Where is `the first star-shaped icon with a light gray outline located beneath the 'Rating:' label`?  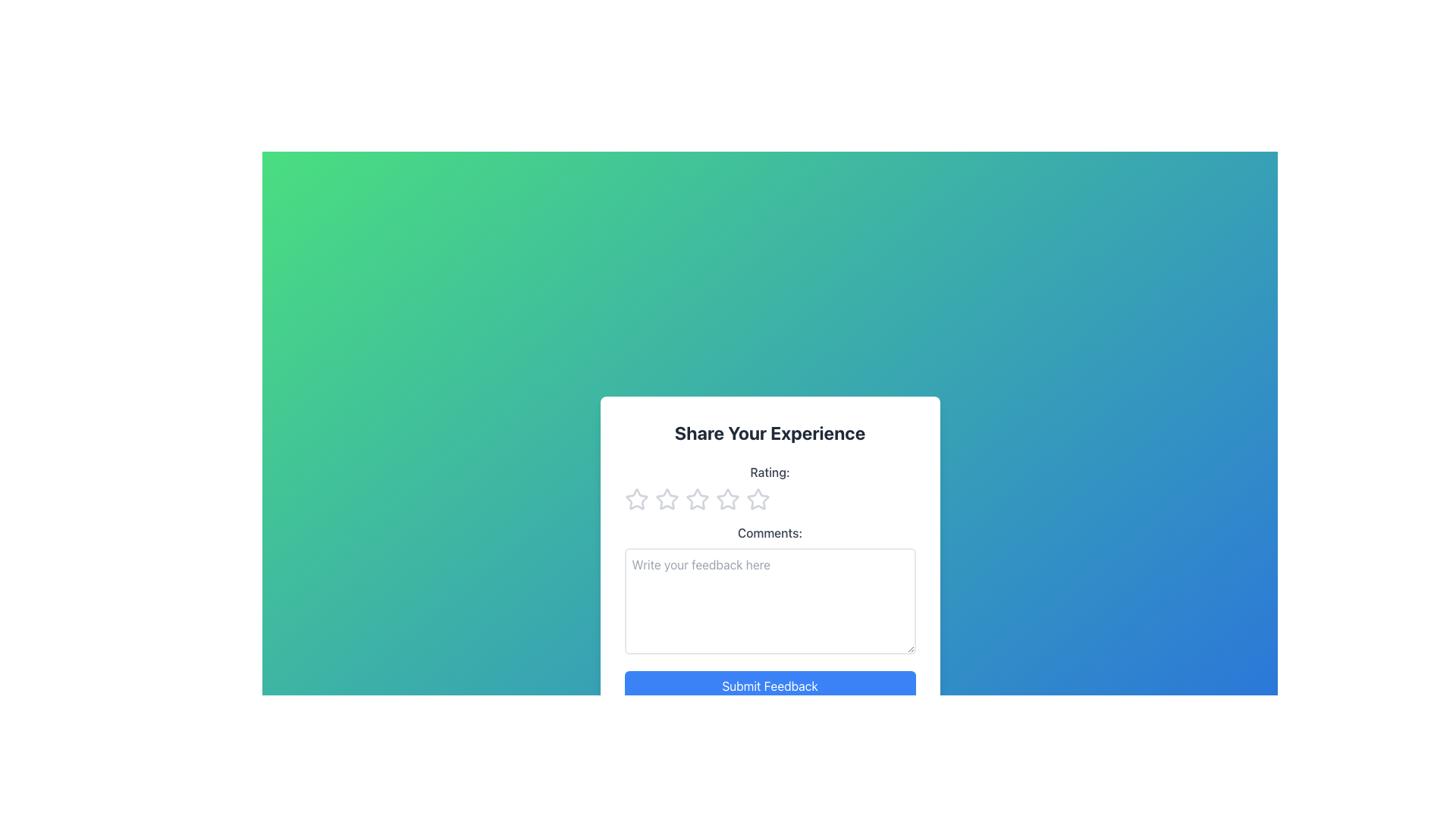 the first star-shaped icon with a light gray outline located beneath the 'Rating:' label is located at coordinates (636, 500).